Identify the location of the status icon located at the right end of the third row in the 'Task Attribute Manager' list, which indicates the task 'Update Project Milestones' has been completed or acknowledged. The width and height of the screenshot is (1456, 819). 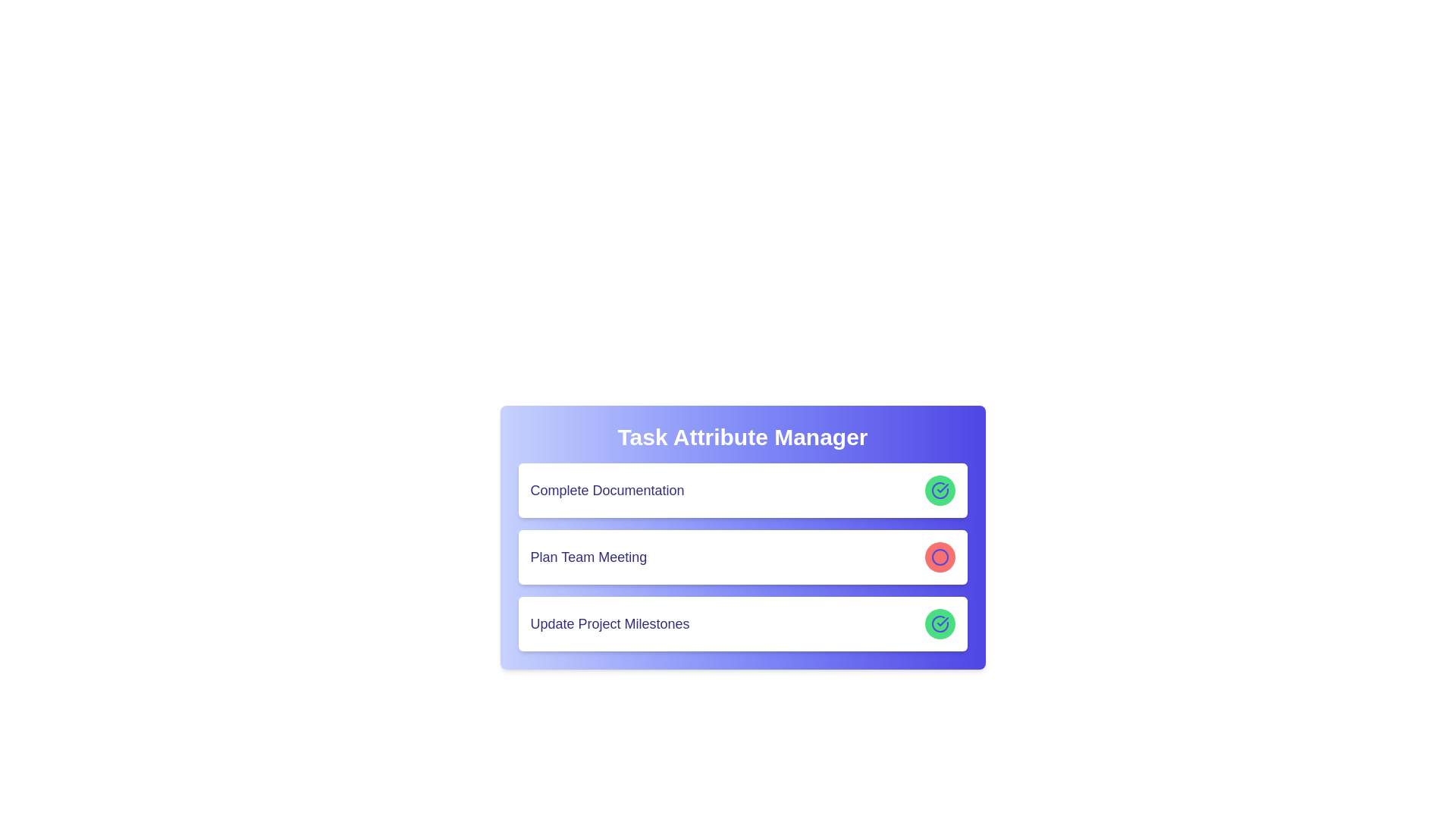
(939, 623).